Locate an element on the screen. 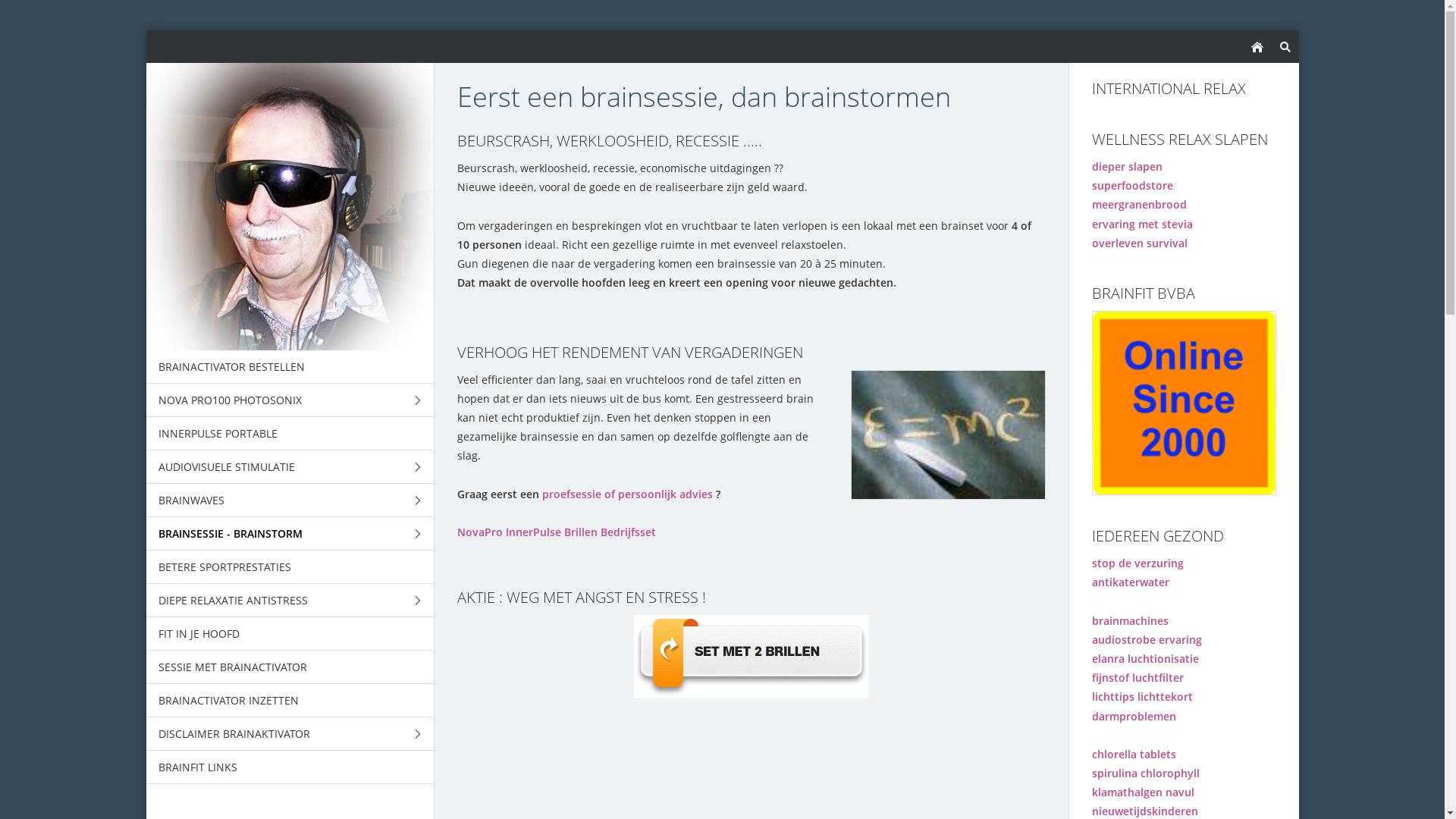 The height and width of the screenshot is (819, 1456). 'klamathalgen navul' is located at coordinates (1143, 791).